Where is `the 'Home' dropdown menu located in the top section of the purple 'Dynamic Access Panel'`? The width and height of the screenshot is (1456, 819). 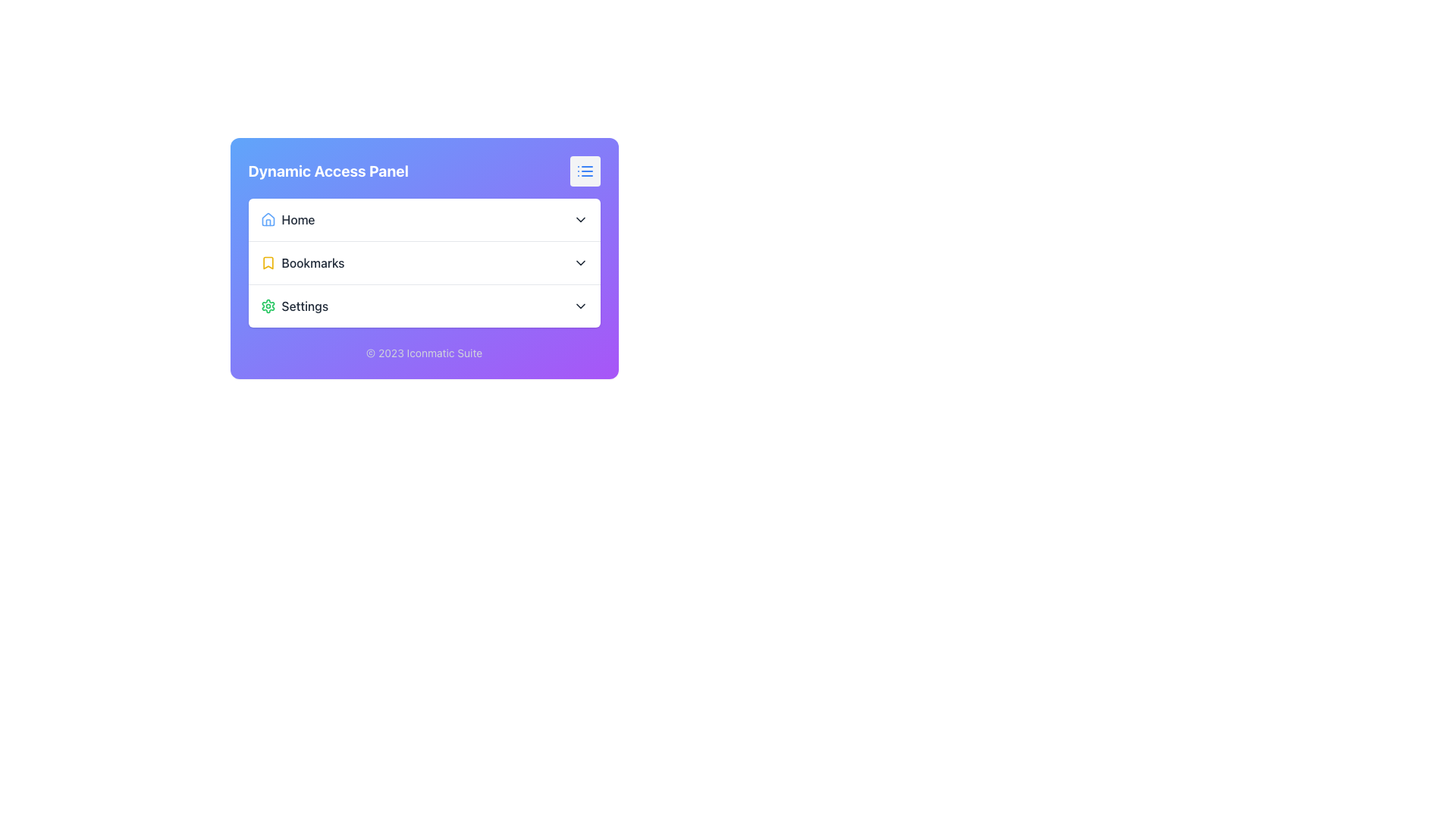
the 'Home' dropdown menu located in the top section of the purple 'Dynamic Access Panel' is located at coordinates (424, 219).